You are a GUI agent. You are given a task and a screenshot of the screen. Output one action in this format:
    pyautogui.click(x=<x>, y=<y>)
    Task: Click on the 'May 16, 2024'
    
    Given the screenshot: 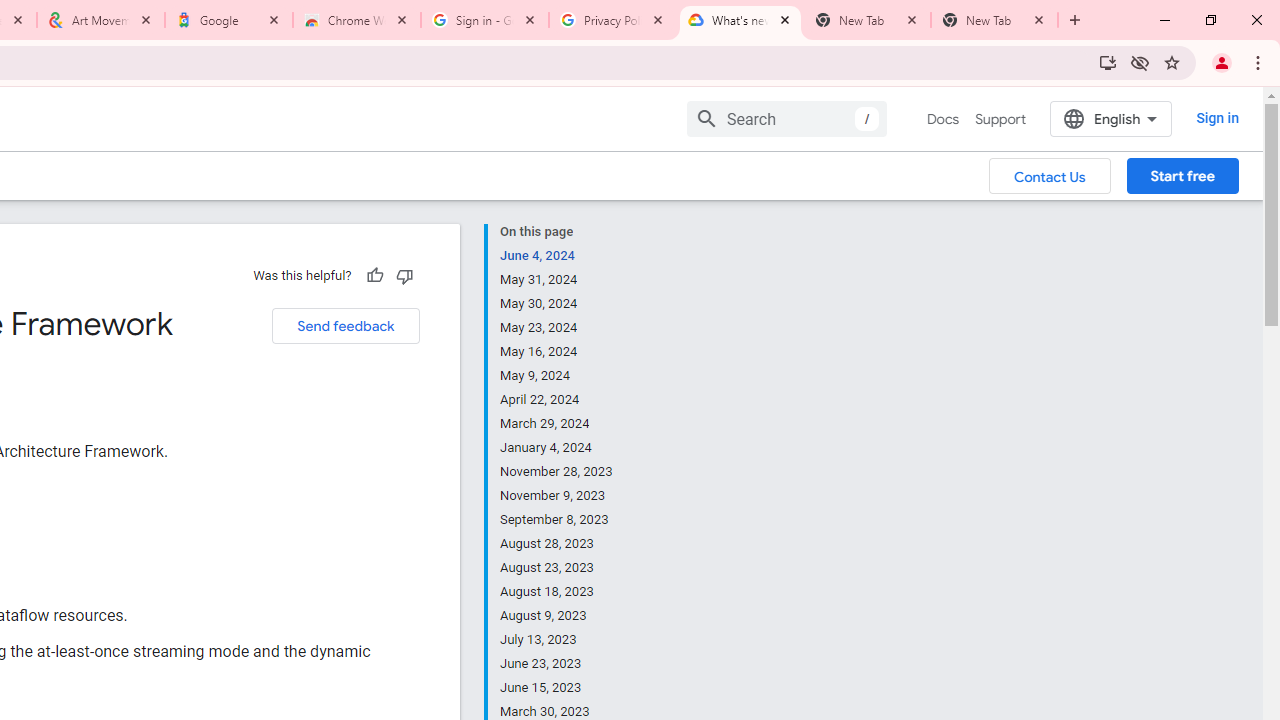 What is the action you would take?
    pyautogui.click(x=557, y=351)
    